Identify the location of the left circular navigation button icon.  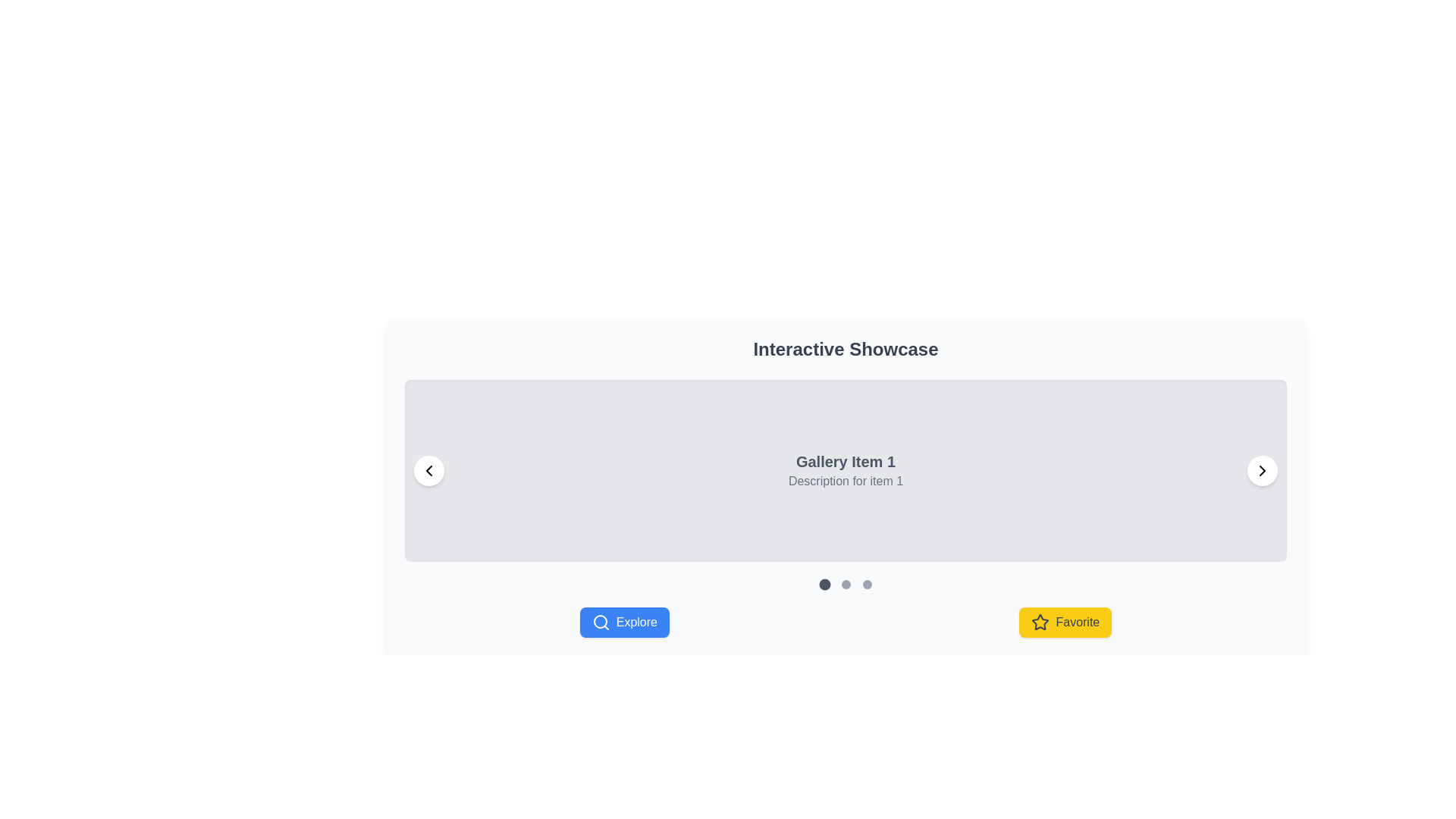
(428, 470).